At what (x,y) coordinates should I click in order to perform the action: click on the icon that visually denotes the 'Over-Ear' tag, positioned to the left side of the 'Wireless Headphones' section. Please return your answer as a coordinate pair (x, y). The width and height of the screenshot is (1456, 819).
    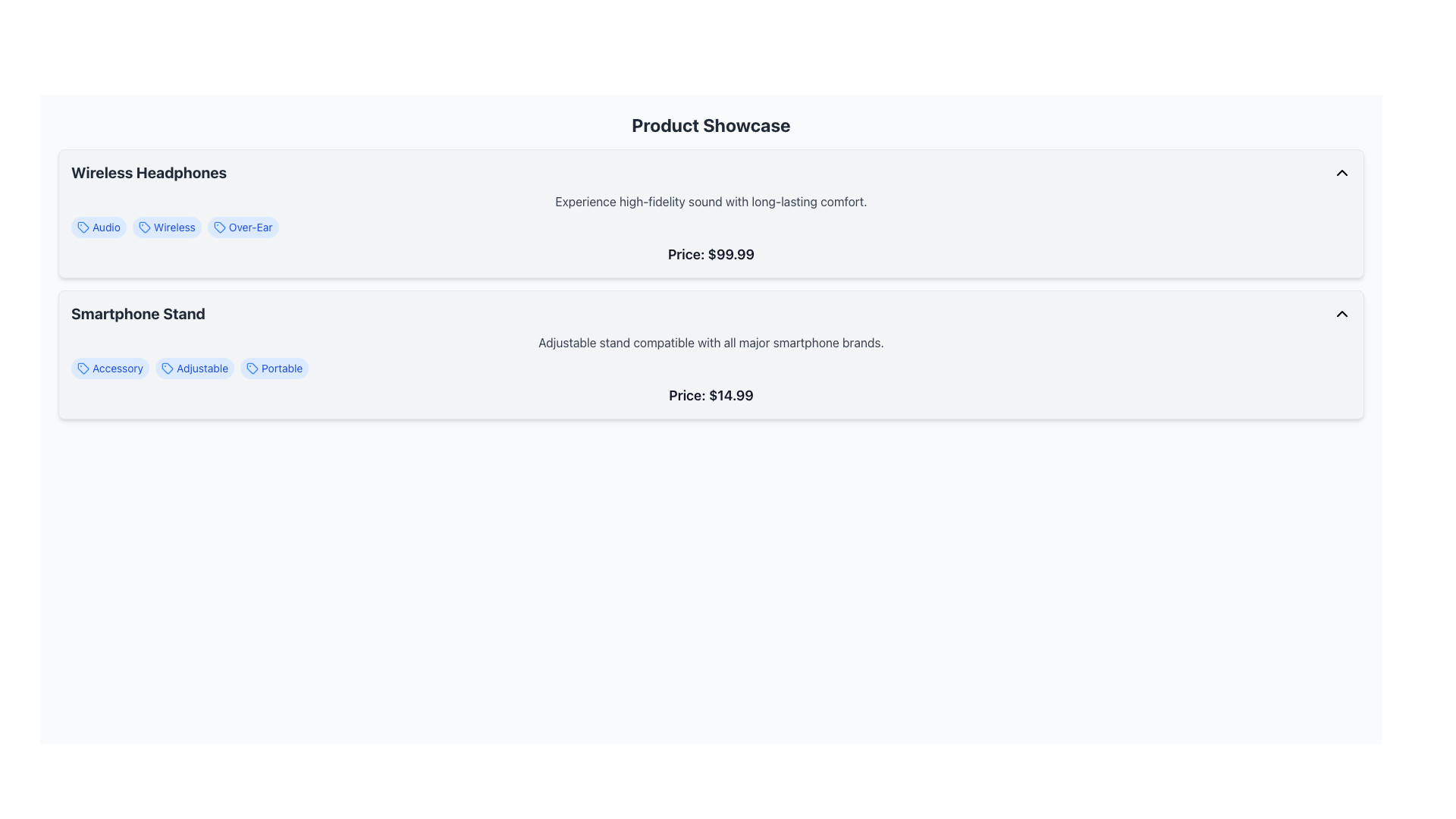
    Looking at the image, I should click on (218, 227).